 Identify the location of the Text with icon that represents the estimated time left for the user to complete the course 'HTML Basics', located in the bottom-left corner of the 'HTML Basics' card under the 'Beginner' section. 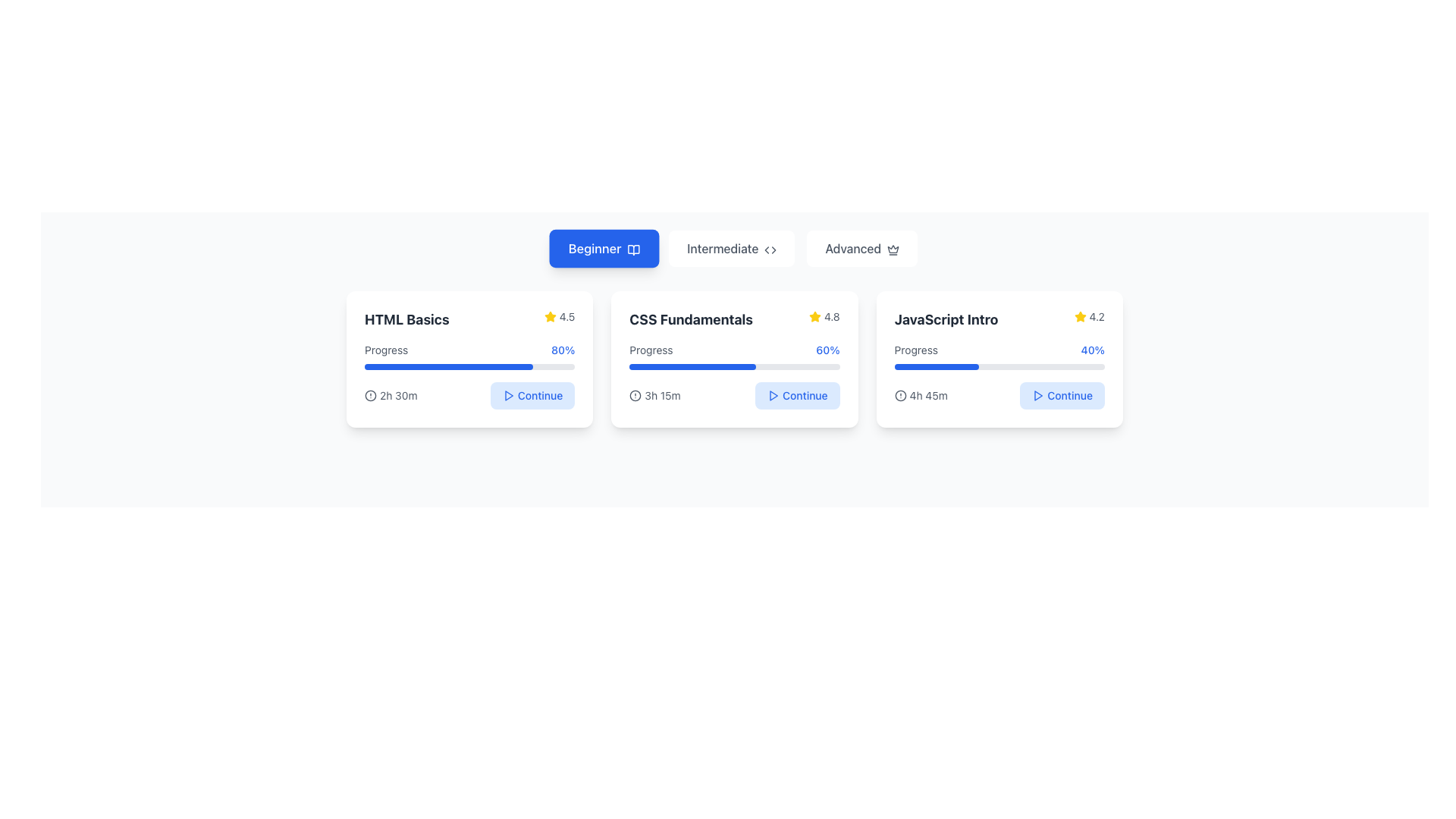
(391, 394).